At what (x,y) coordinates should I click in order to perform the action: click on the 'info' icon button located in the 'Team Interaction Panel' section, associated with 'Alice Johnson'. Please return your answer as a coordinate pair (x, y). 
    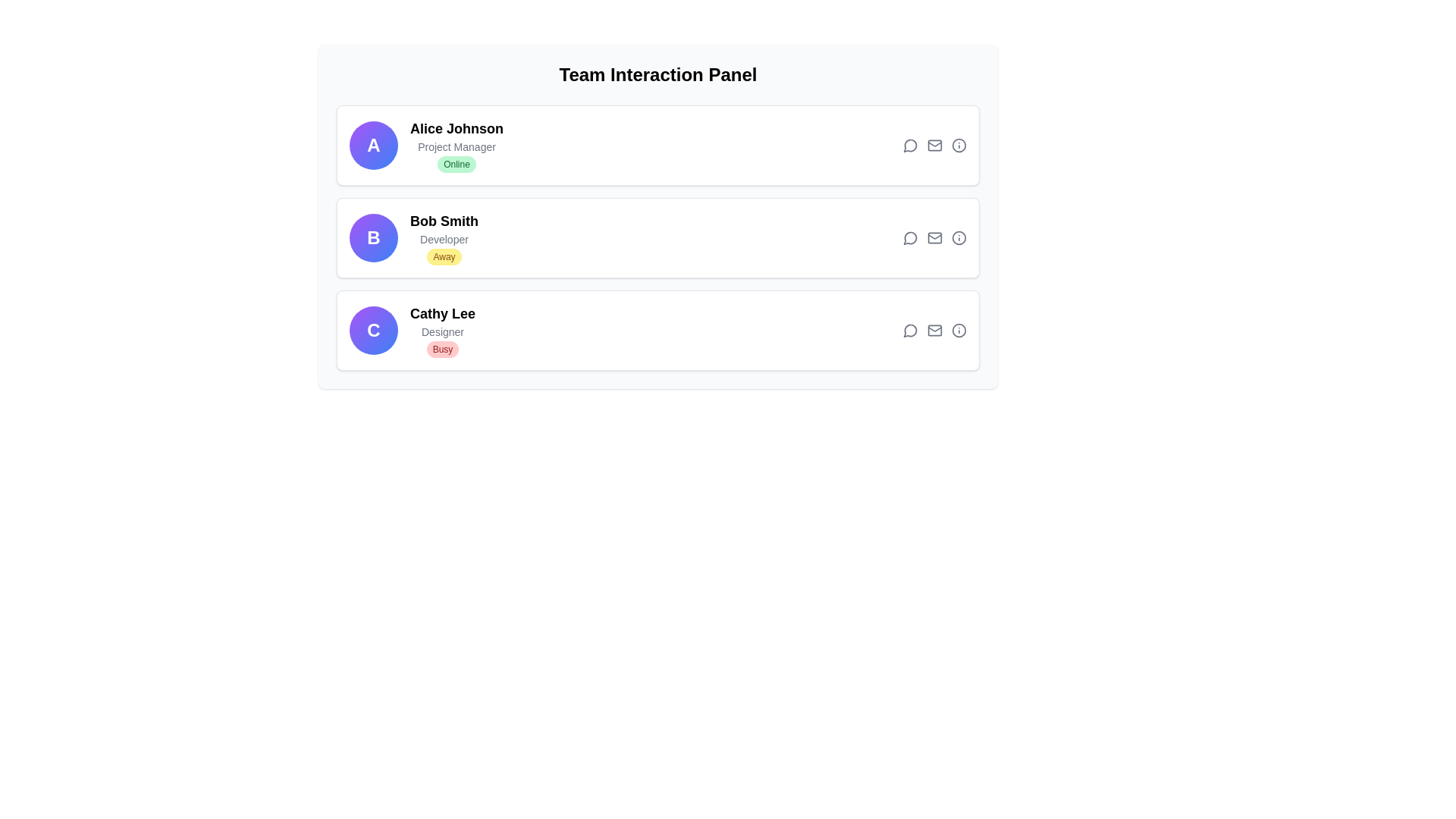
    Looking at the image, I should click on (959, 146).